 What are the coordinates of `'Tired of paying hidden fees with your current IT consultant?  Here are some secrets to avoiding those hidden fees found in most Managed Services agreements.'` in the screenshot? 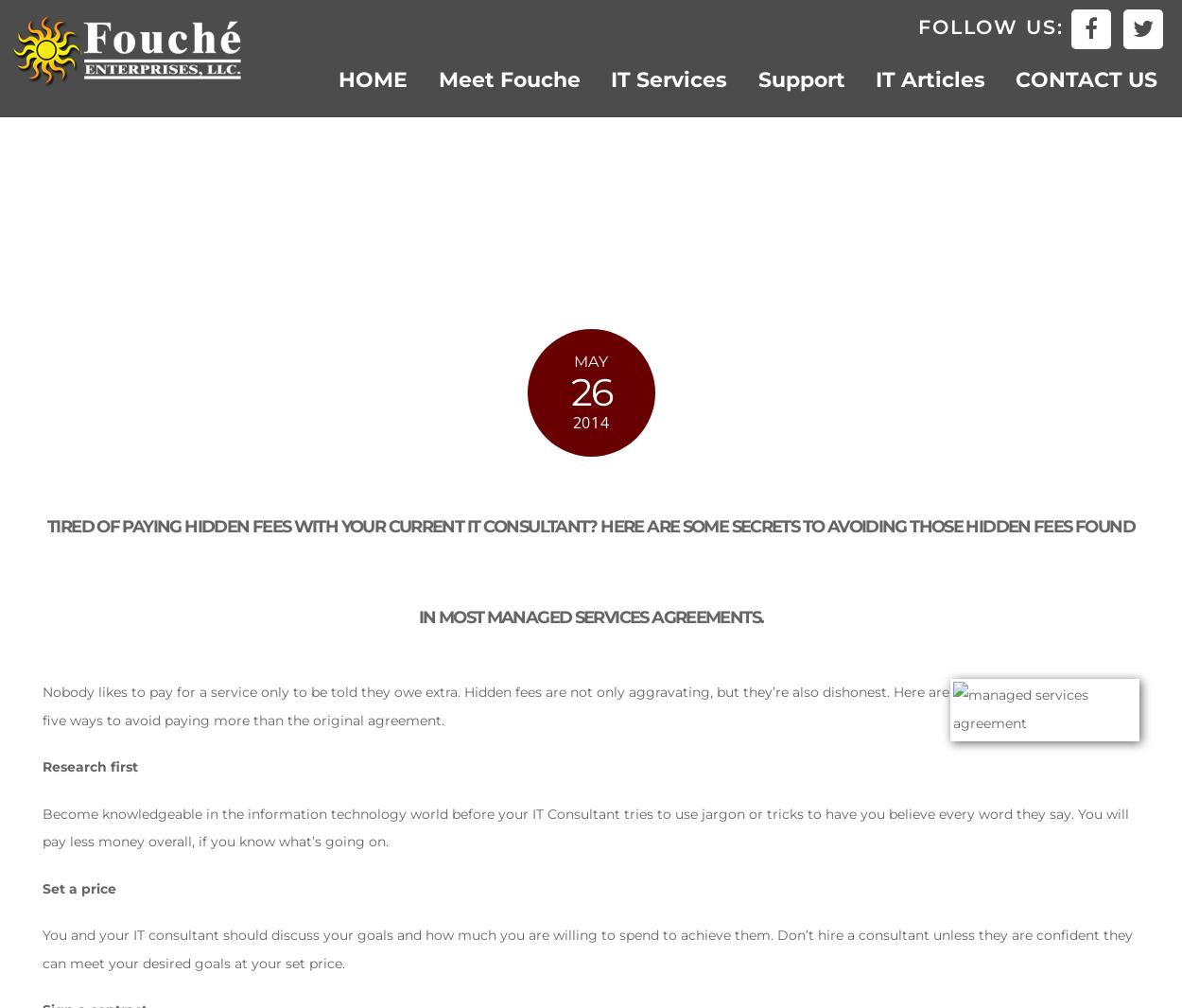 It's located at (589, 569).